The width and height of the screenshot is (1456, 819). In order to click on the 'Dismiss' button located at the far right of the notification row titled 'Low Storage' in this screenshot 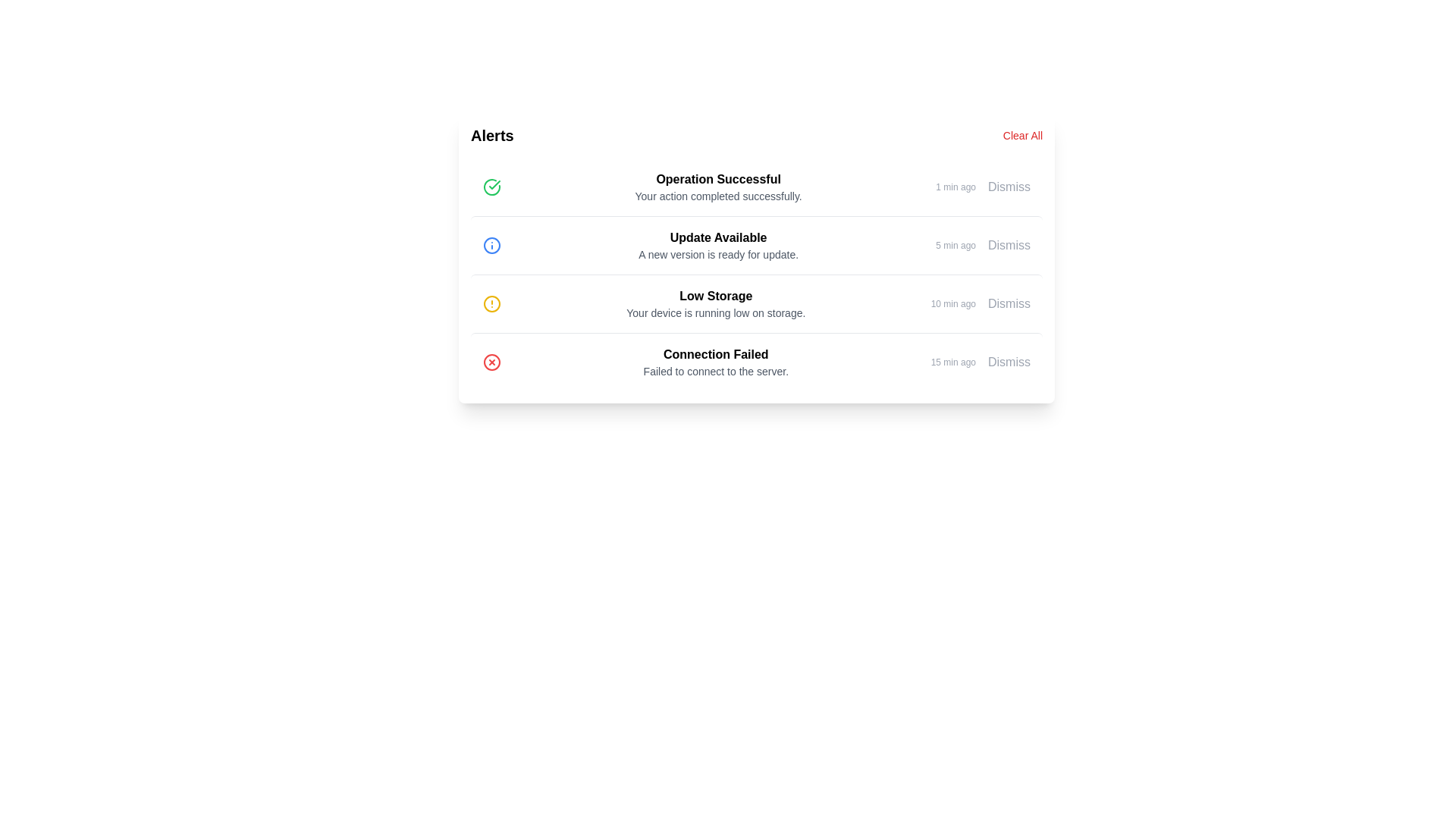, I will do `click(1009, 304)`.